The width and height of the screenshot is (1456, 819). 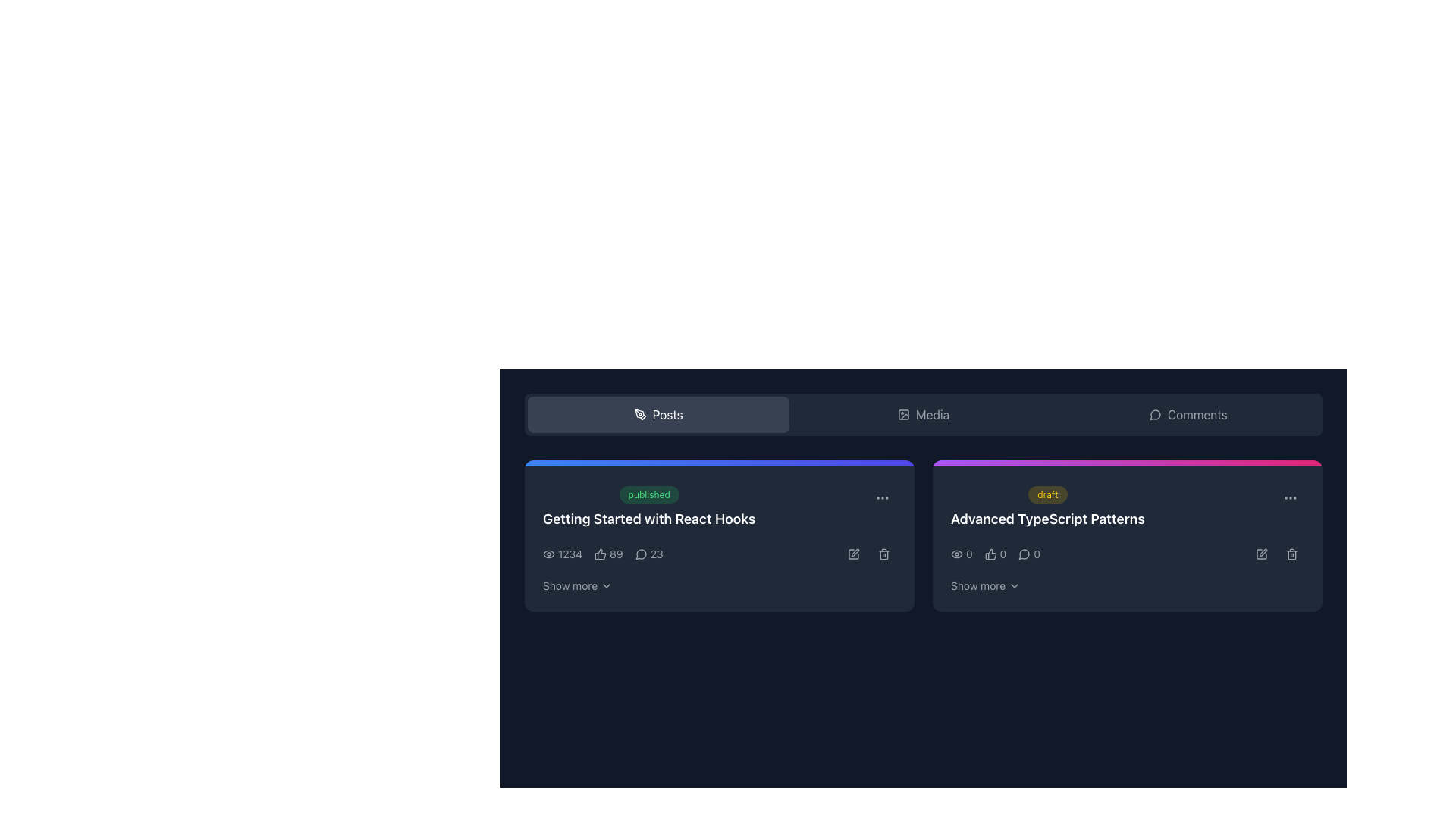 What do you see at coordinates (978, 585) in the screenshot?
I see `the 'Show more' button located at the bottom left of the 'Advanced TypeScript Patterns' content card` at bounding box center [978, 585].